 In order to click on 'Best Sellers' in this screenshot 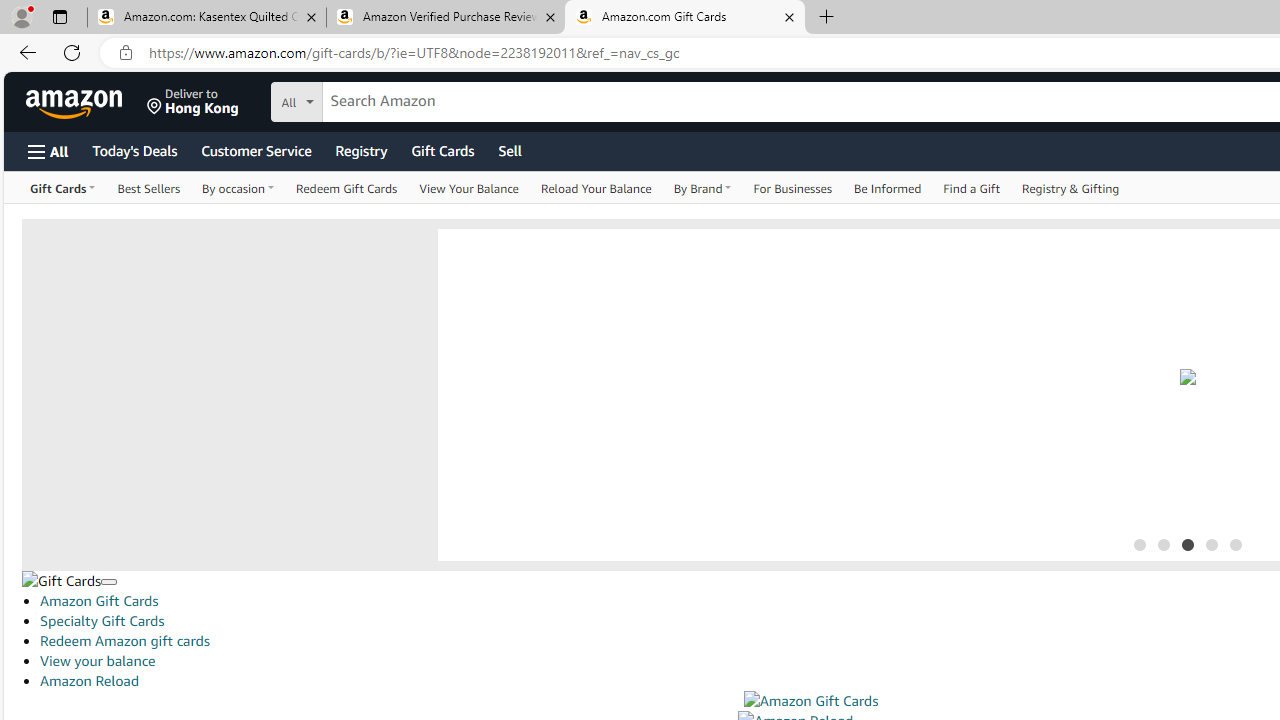, I will do `click(148, 187)`.